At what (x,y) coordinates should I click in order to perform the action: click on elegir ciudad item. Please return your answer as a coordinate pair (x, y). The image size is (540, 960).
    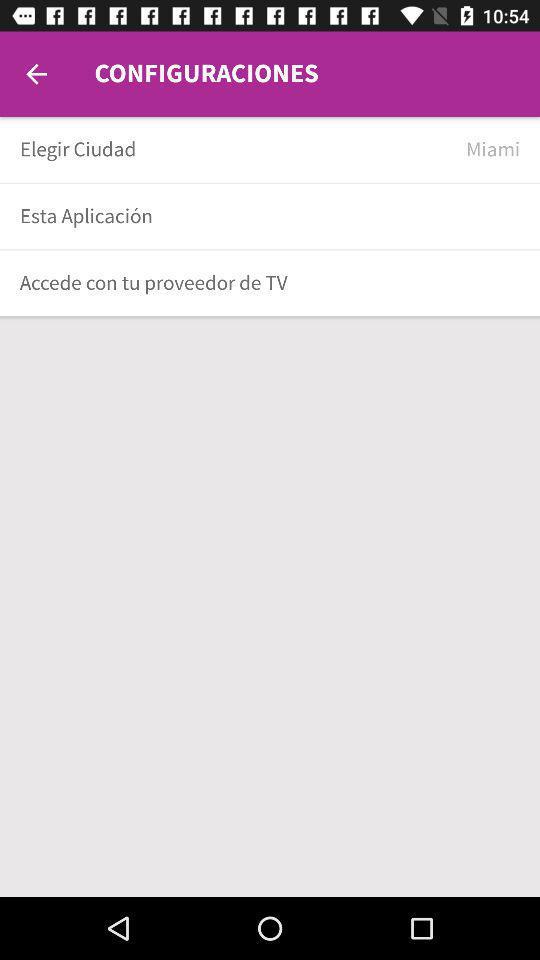
    Looking at the image, I should click on (235, 148).